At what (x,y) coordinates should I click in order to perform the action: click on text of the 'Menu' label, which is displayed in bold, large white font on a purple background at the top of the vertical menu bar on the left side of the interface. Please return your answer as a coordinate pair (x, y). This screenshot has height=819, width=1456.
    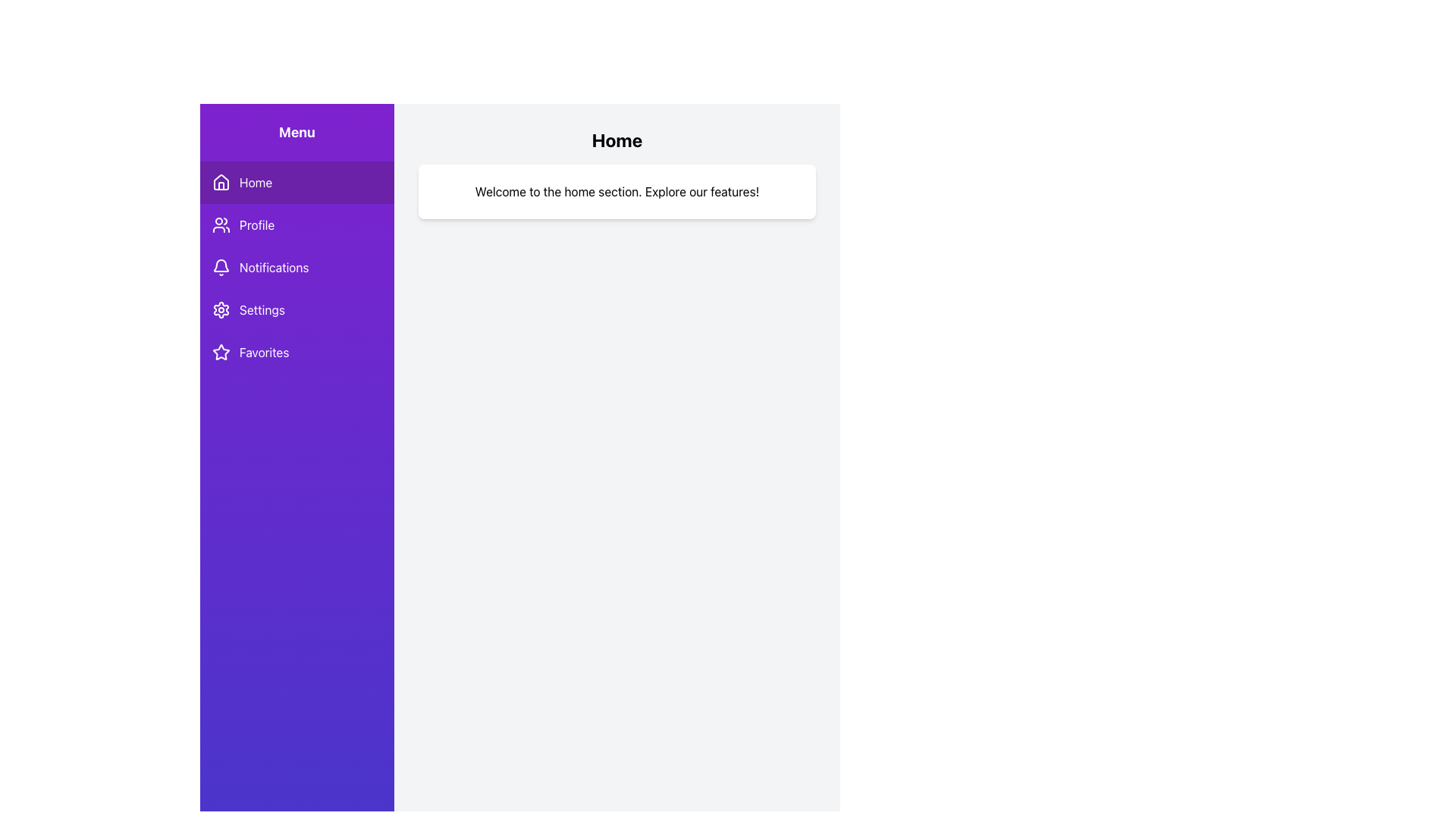
    Looking at the image, I should click on (297, 131).